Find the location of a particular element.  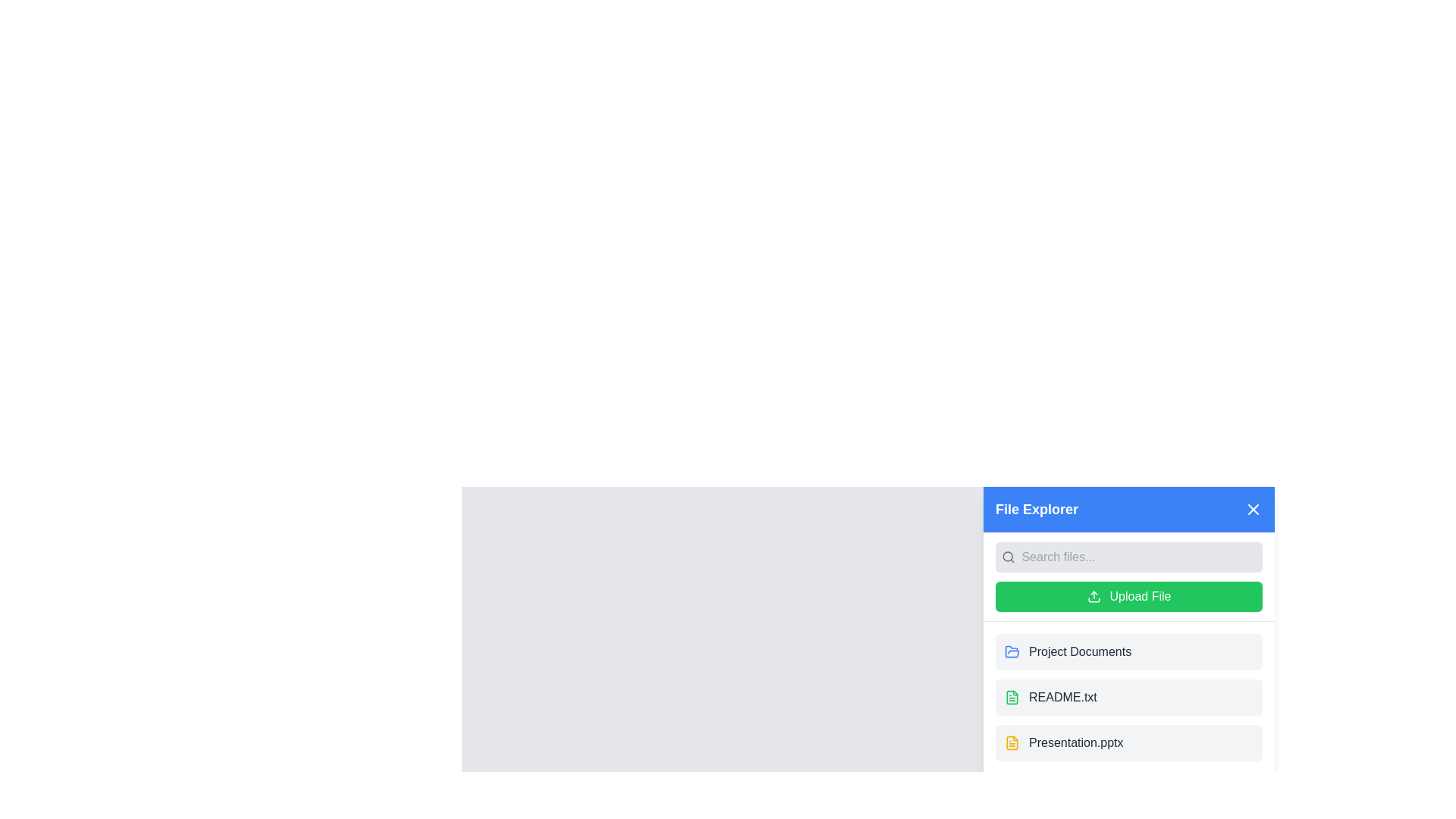

the rounded 'X' icon button located at the top-right corner of the 'File Explorer' header is located at coordinates (1253, 509).